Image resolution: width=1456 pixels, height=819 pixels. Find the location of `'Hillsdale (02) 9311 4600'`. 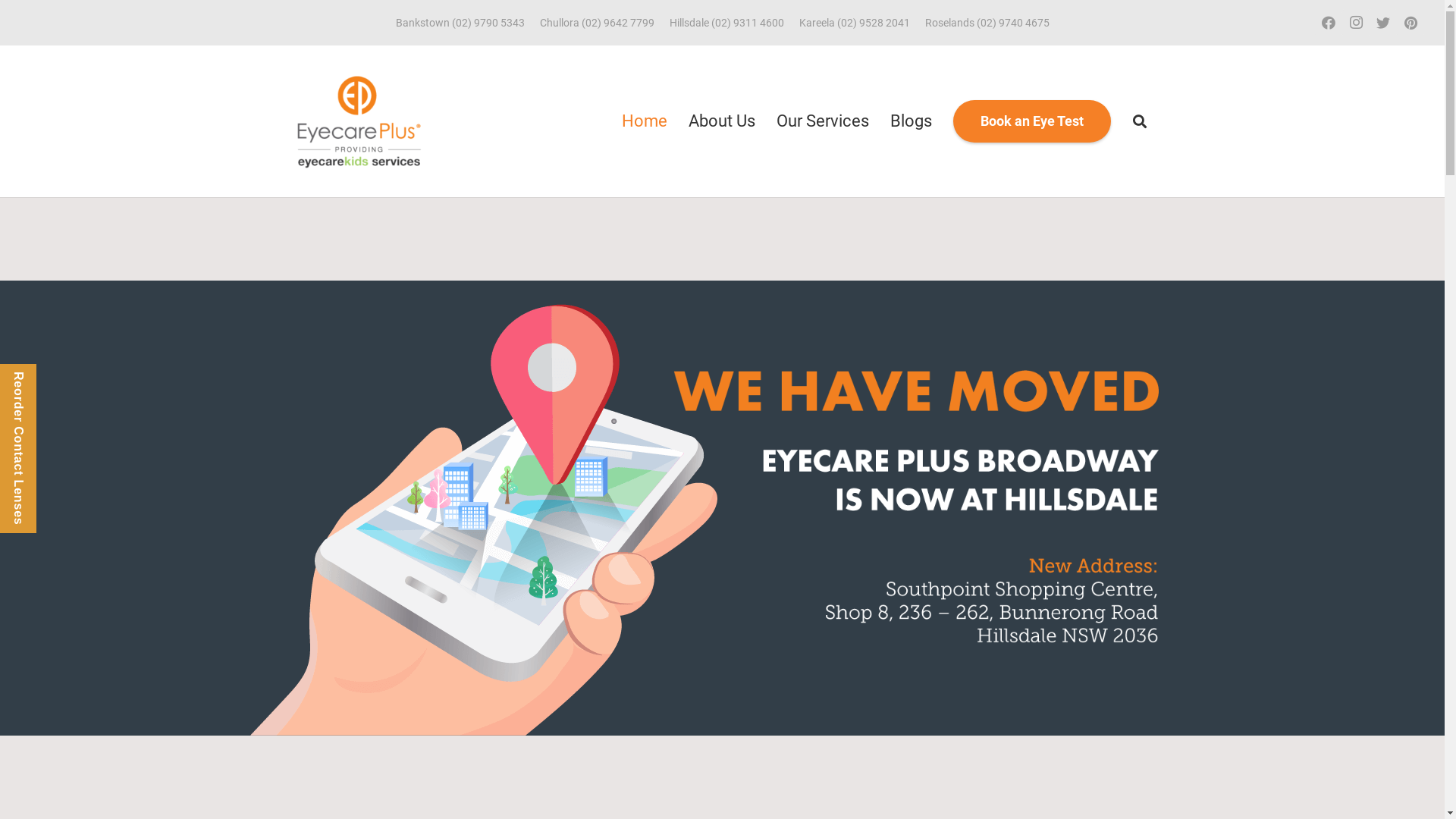

'Hillsdale (02) 9311 4600' is located at coordinates (725, 23).